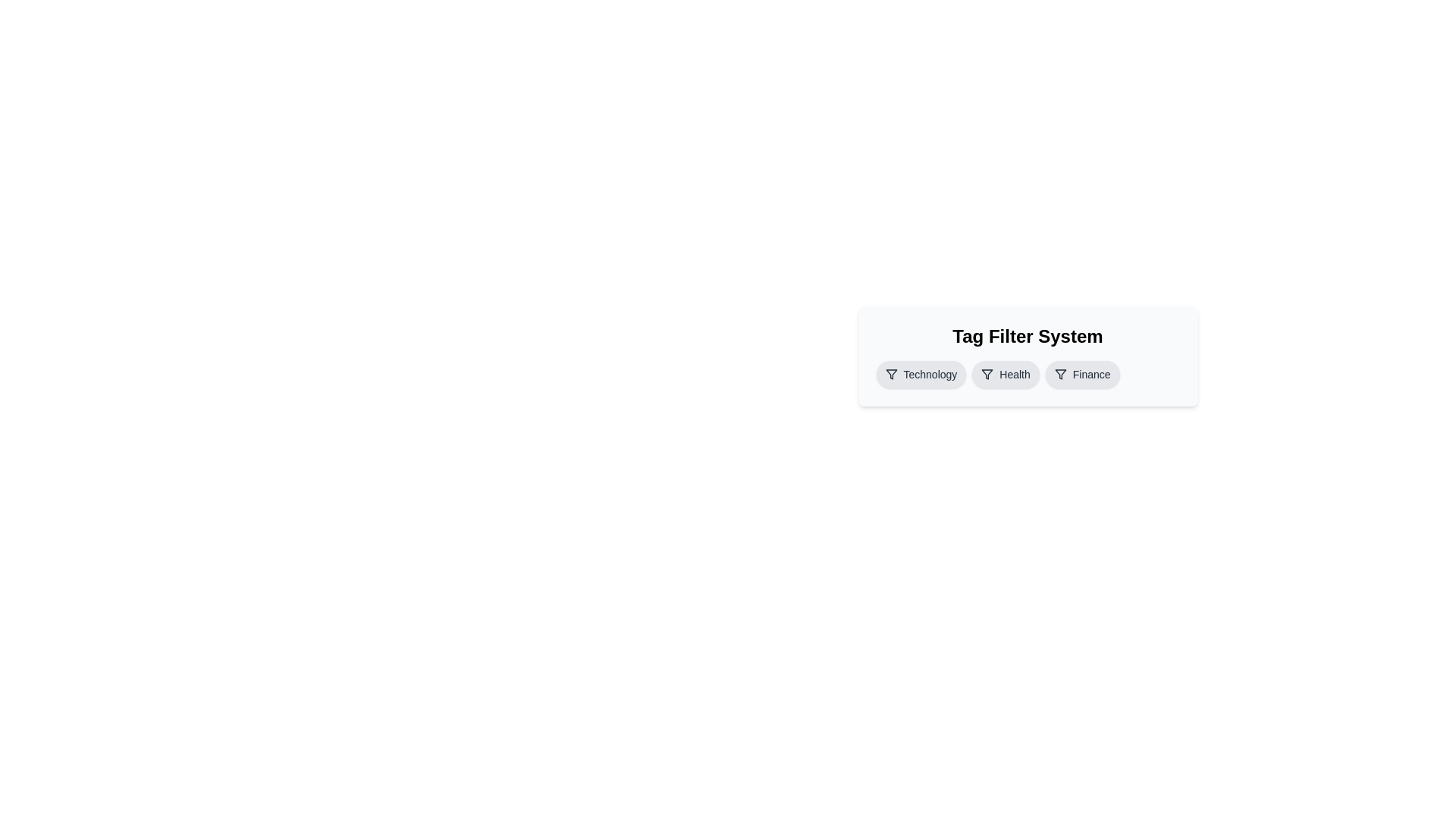  I want to click on the tag labeled Technology to inspect its label, so click(920, 374).